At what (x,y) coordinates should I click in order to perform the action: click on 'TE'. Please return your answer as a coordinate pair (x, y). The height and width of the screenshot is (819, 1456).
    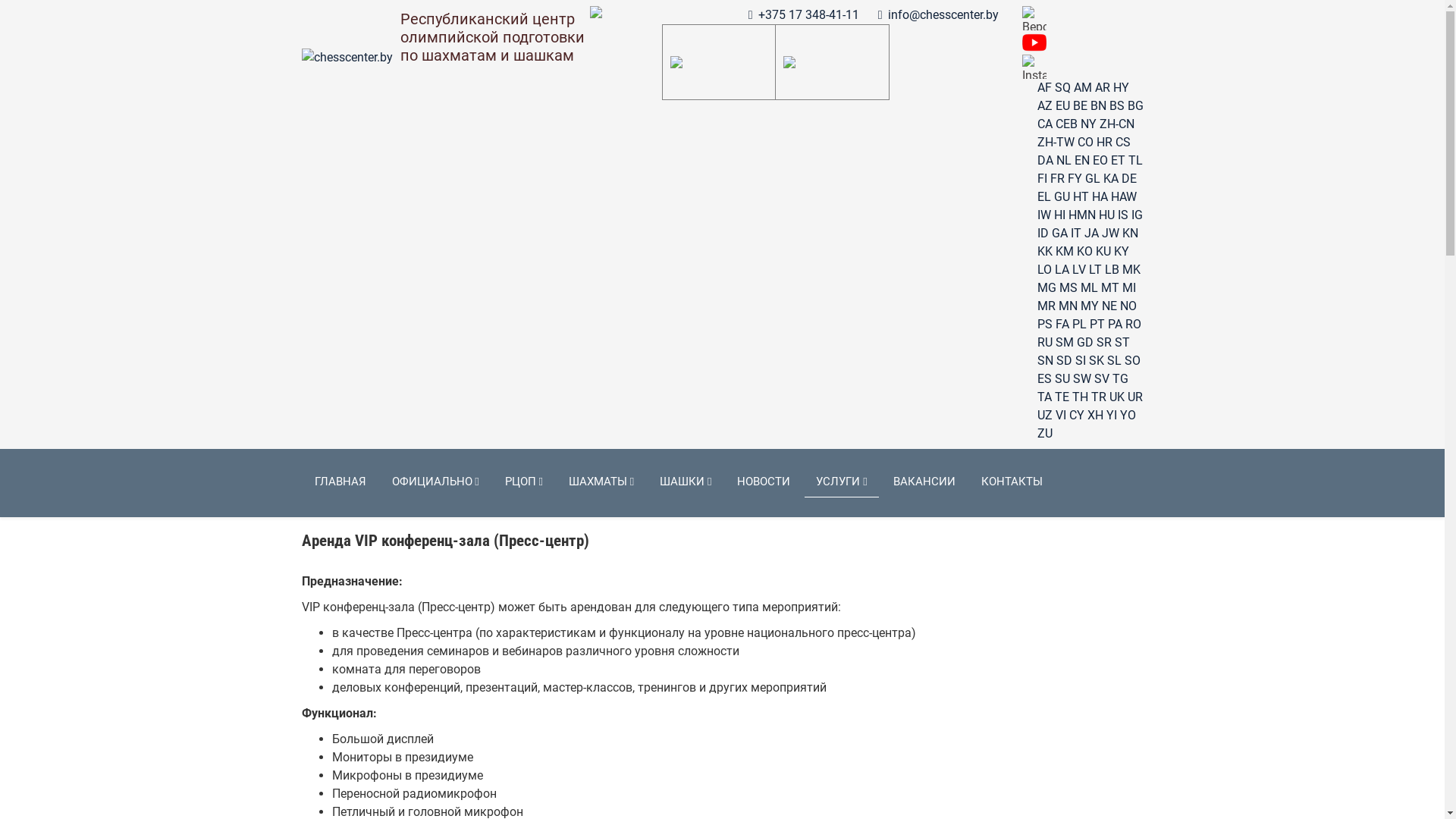
    Looking at the image, I should click on (1060, 396).